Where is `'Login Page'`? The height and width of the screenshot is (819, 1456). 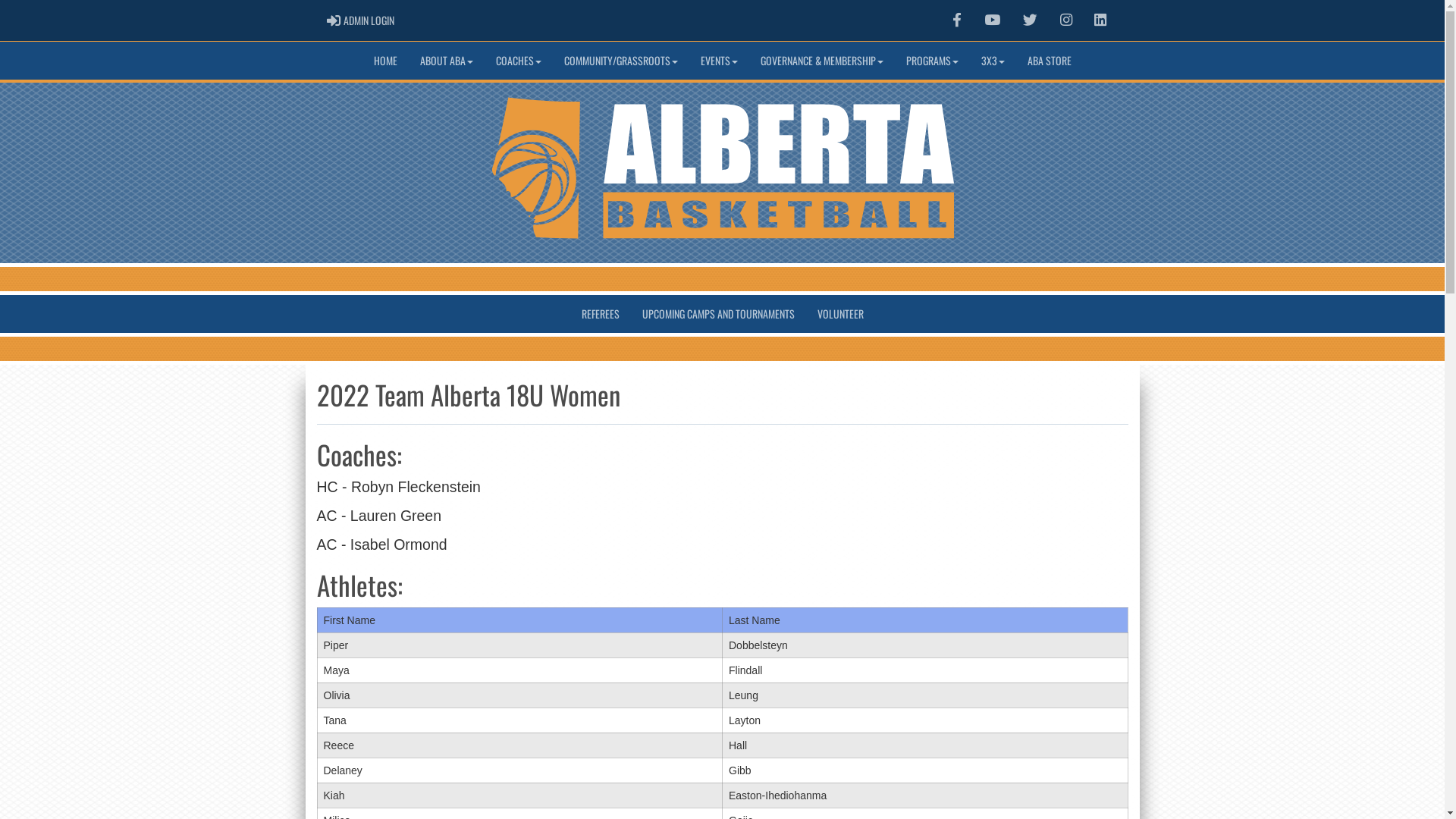 'Login Page' is located at coordinates (332, 20).